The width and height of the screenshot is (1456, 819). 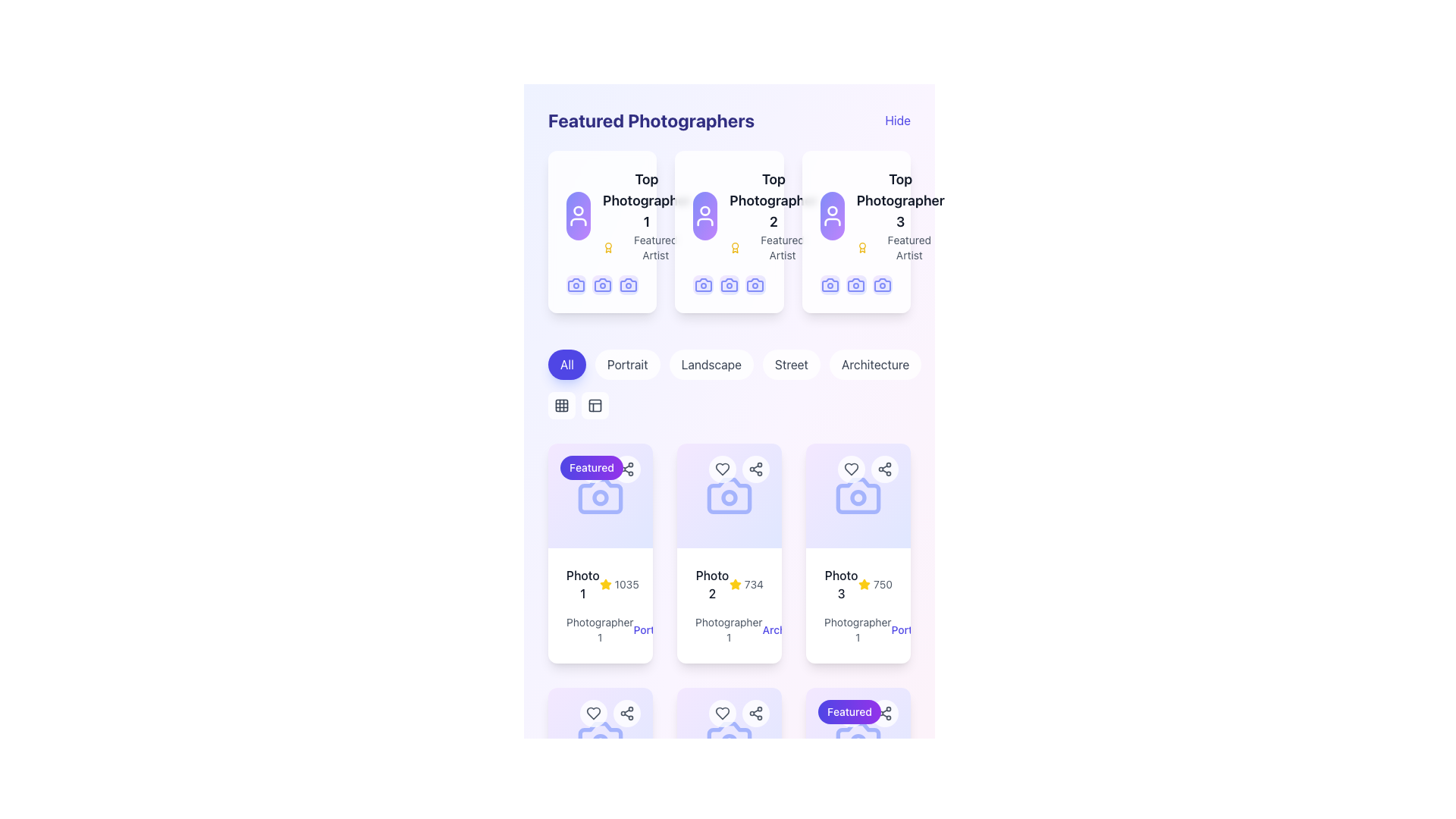 I want to click on numeric indicator text located to the right of the star icon in the bottom portion of the 'Photo 3' card in the third column of the grid layout, so click(x=883, y=584).